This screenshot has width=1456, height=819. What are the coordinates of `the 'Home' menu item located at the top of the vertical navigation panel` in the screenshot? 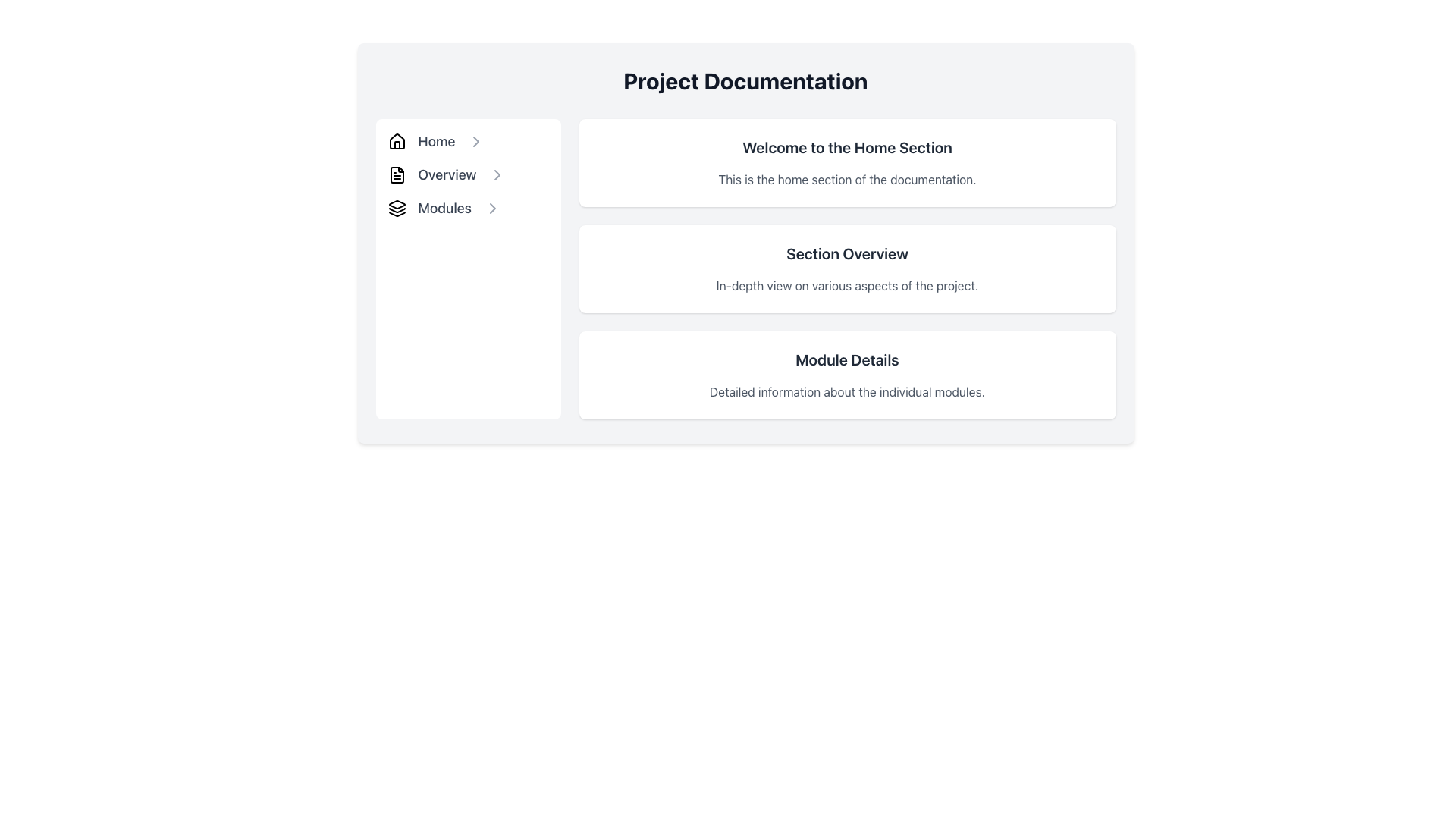 It's located at (467, 141).